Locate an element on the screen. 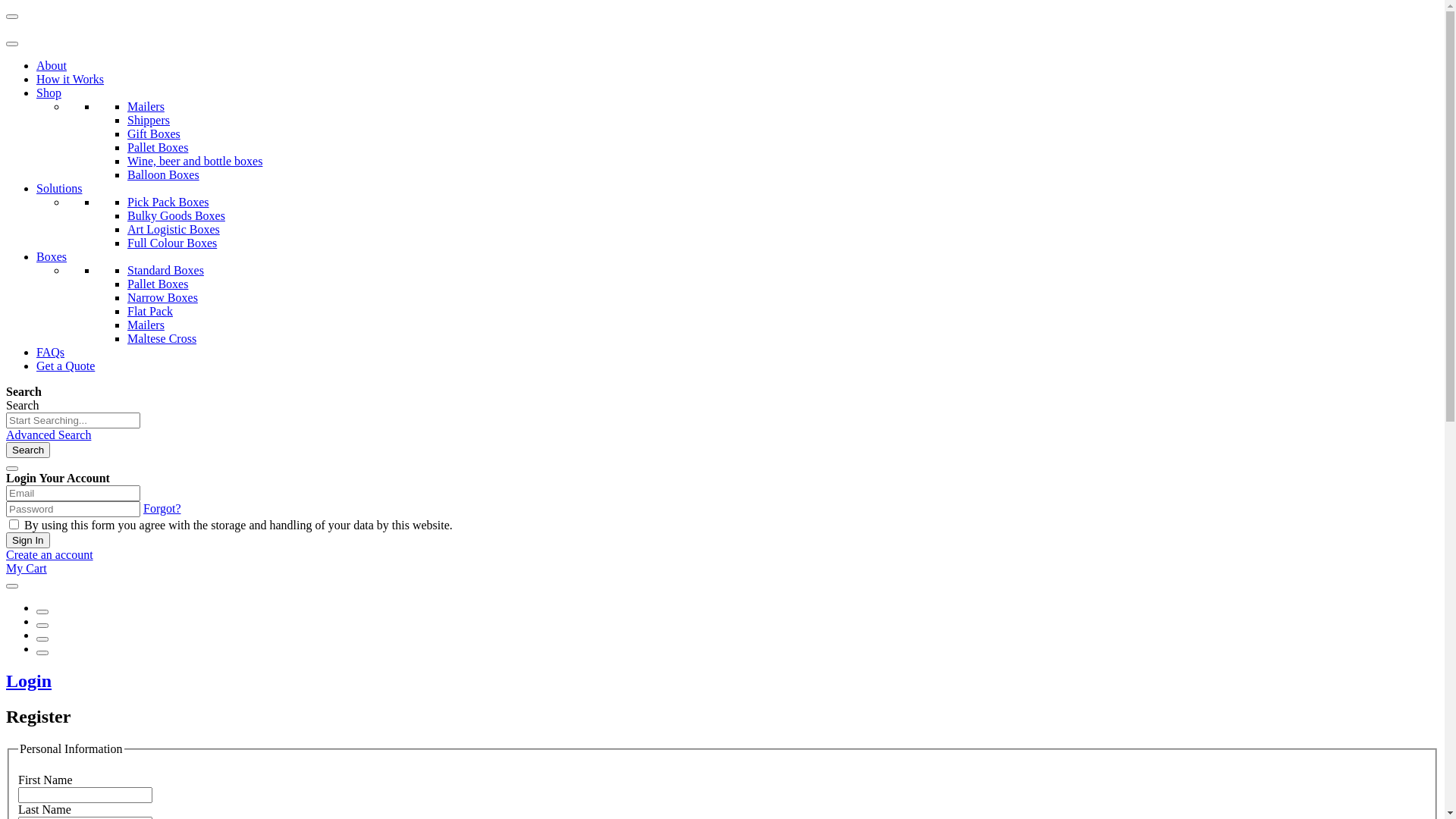  'My Cart' is located at coordinates (6, 568).